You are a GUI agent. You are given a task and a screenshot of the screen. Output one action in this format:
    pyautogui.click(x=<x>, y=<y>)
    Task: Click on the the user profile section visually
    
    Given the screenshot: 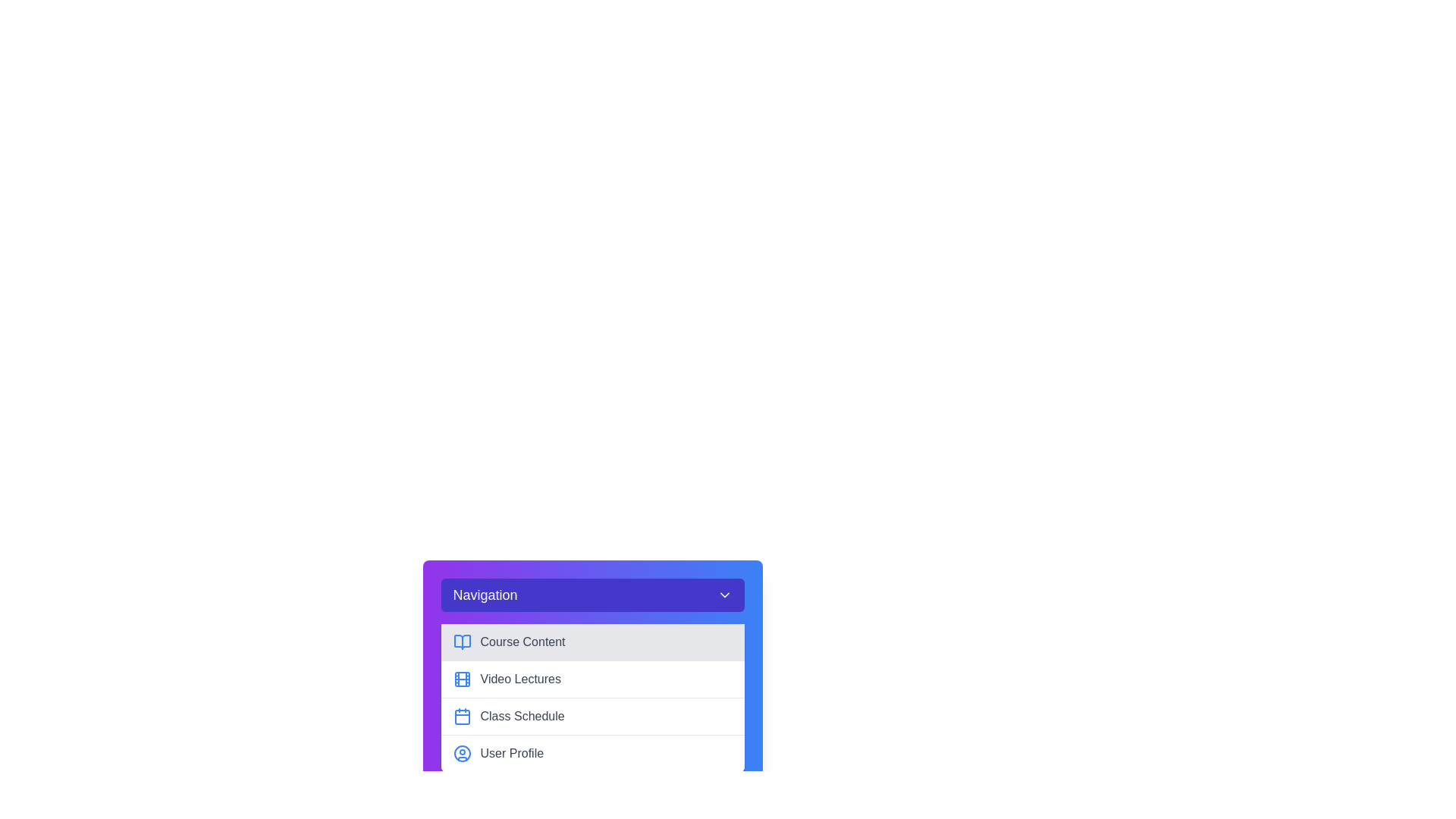 What is the action you would take?
    pyautogui.click(x=461, y=754)
    